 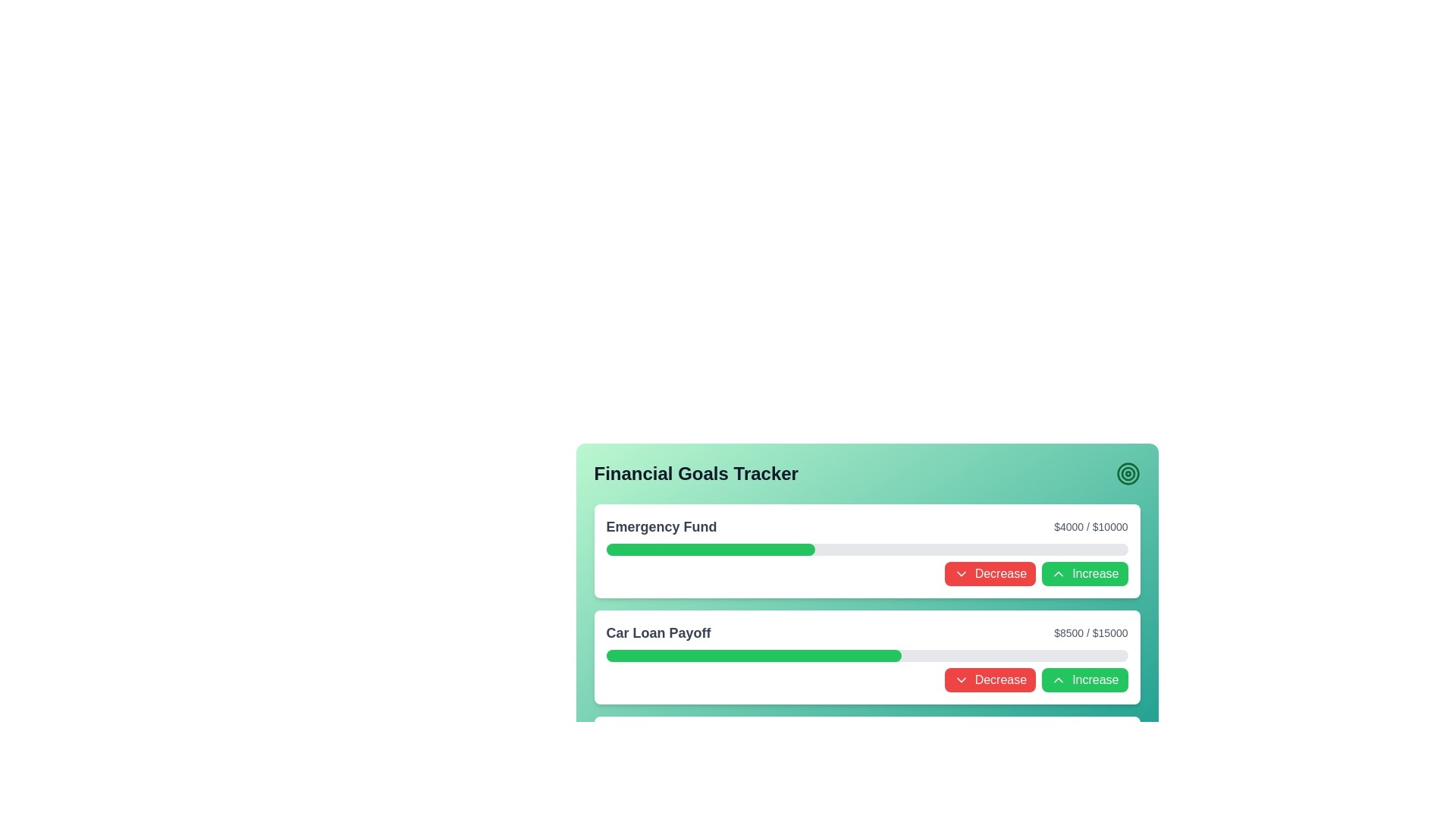 I want to click on the 'Decrease' button, which is a rectangular button with a red background and white text, located on the left side of a button grouping near the 'Emergency Fund' progress bar, so click(x=990, y=573).